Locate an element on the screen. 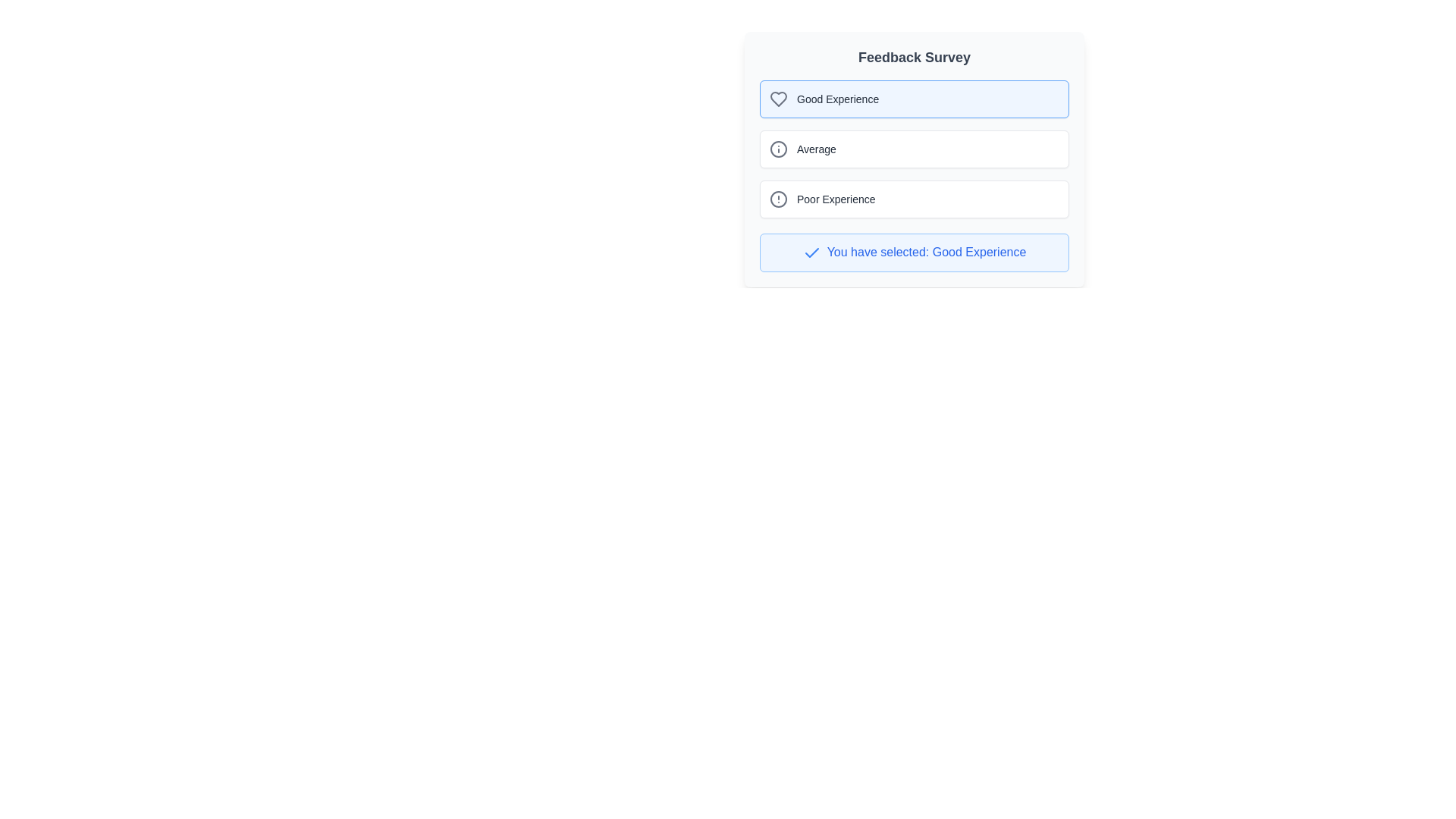 The height and width of the screenshot is (819, 1456). text block that displays 'You have selected: Good Experience', which is styled in blue with a bold font and located at the bottom of the feedback selection area is located at coordinates (926, 251).